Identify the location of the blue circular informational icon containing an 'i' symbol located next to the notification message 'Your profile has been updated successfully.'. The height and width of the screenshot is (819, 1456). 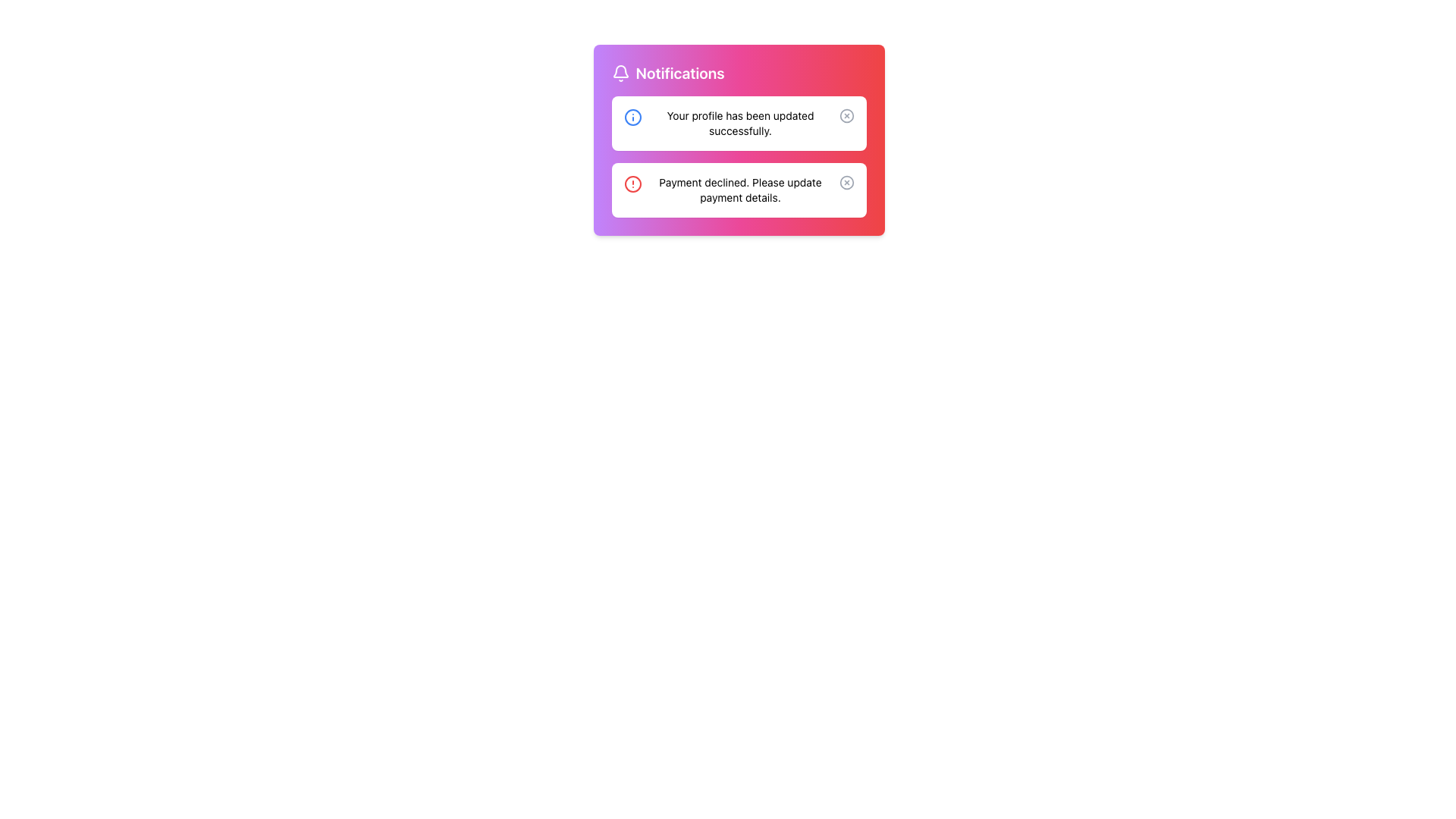
(632, 116).